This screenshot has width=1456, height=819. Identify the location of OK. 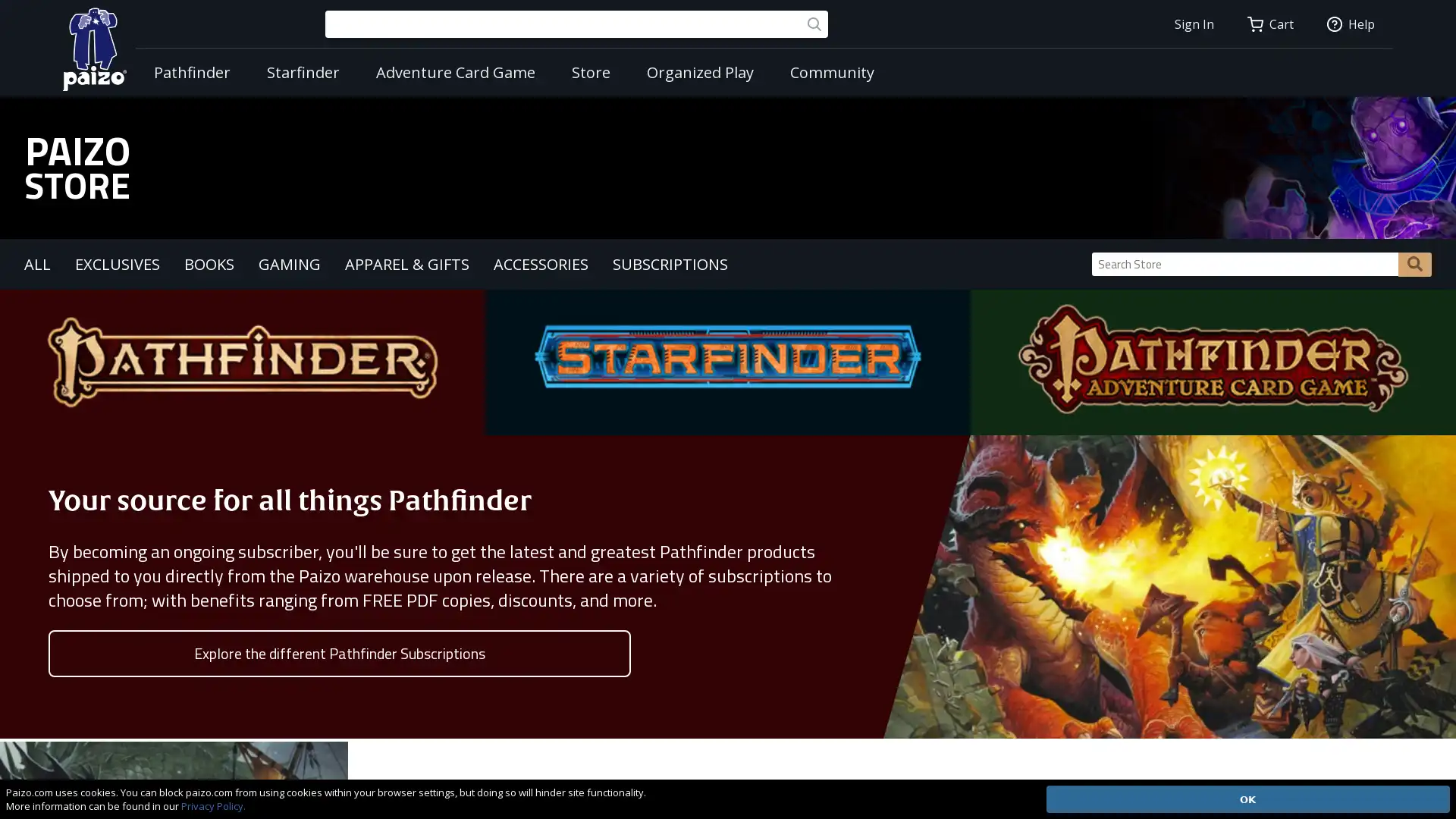
(1247, 798).